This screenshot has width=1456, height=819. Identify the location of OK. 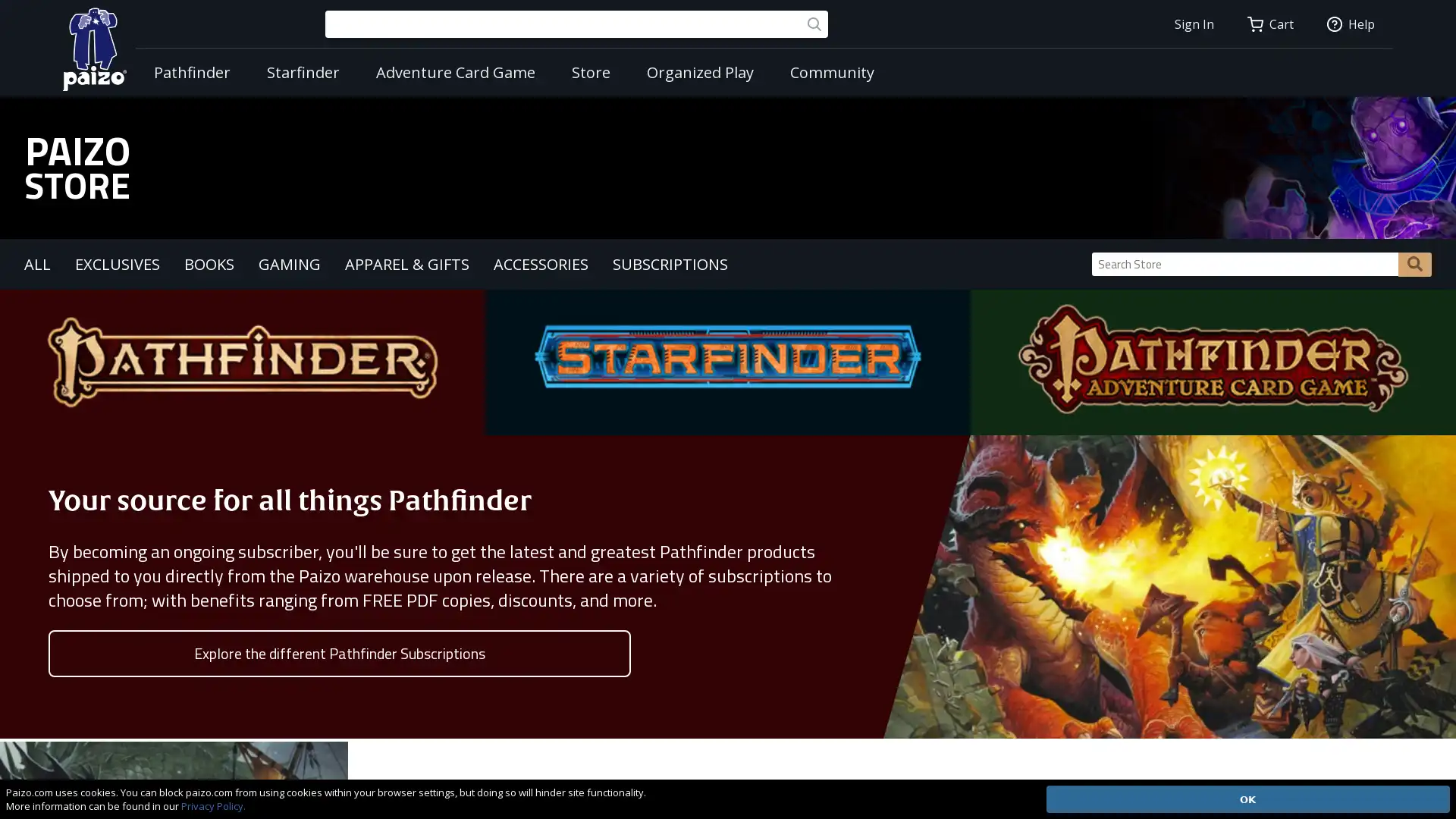
(1247, 798).